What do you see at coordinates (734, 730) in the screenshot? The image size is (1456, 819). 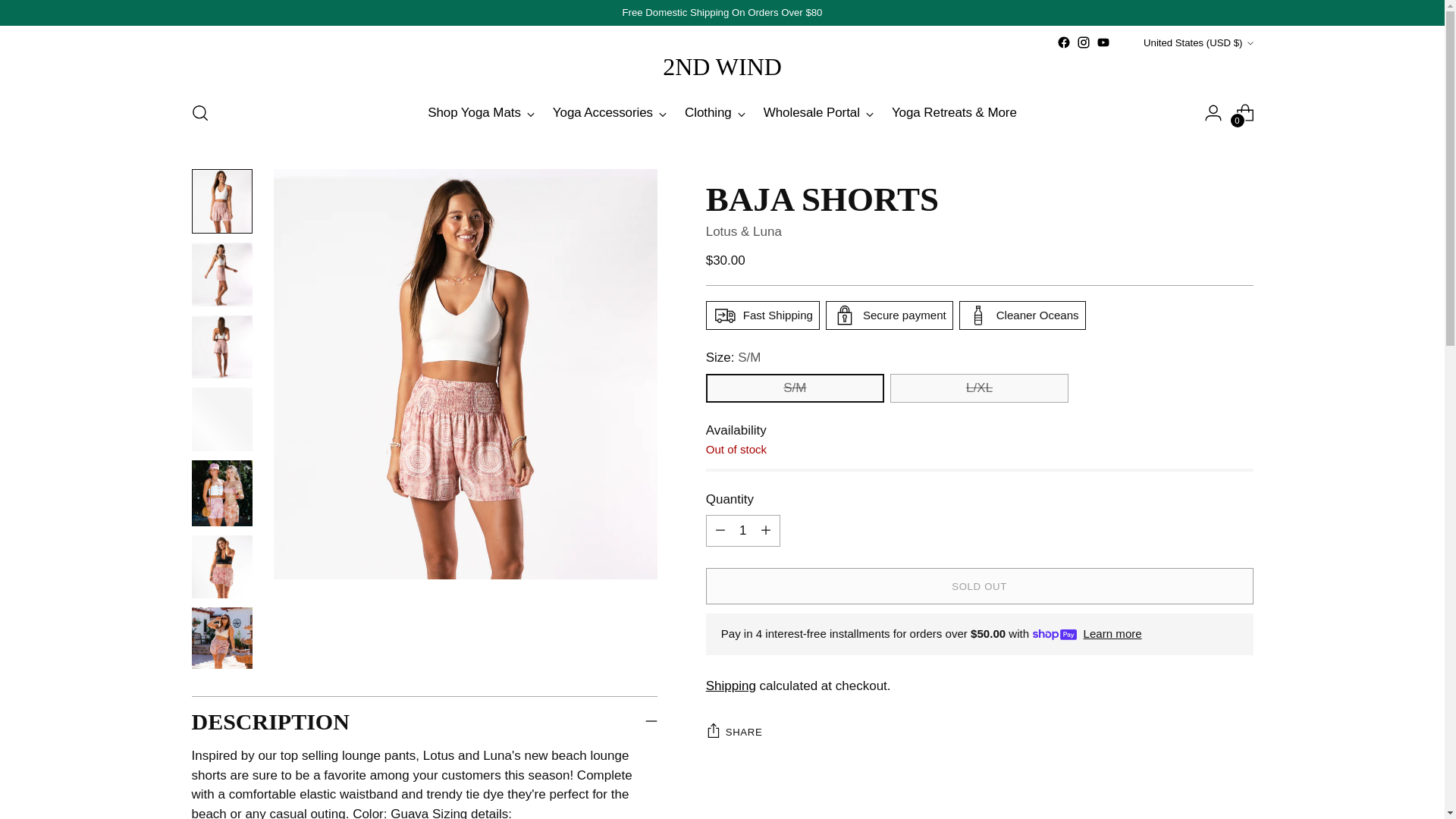 I see `'SHARE'` at bounding box center [734, 730].